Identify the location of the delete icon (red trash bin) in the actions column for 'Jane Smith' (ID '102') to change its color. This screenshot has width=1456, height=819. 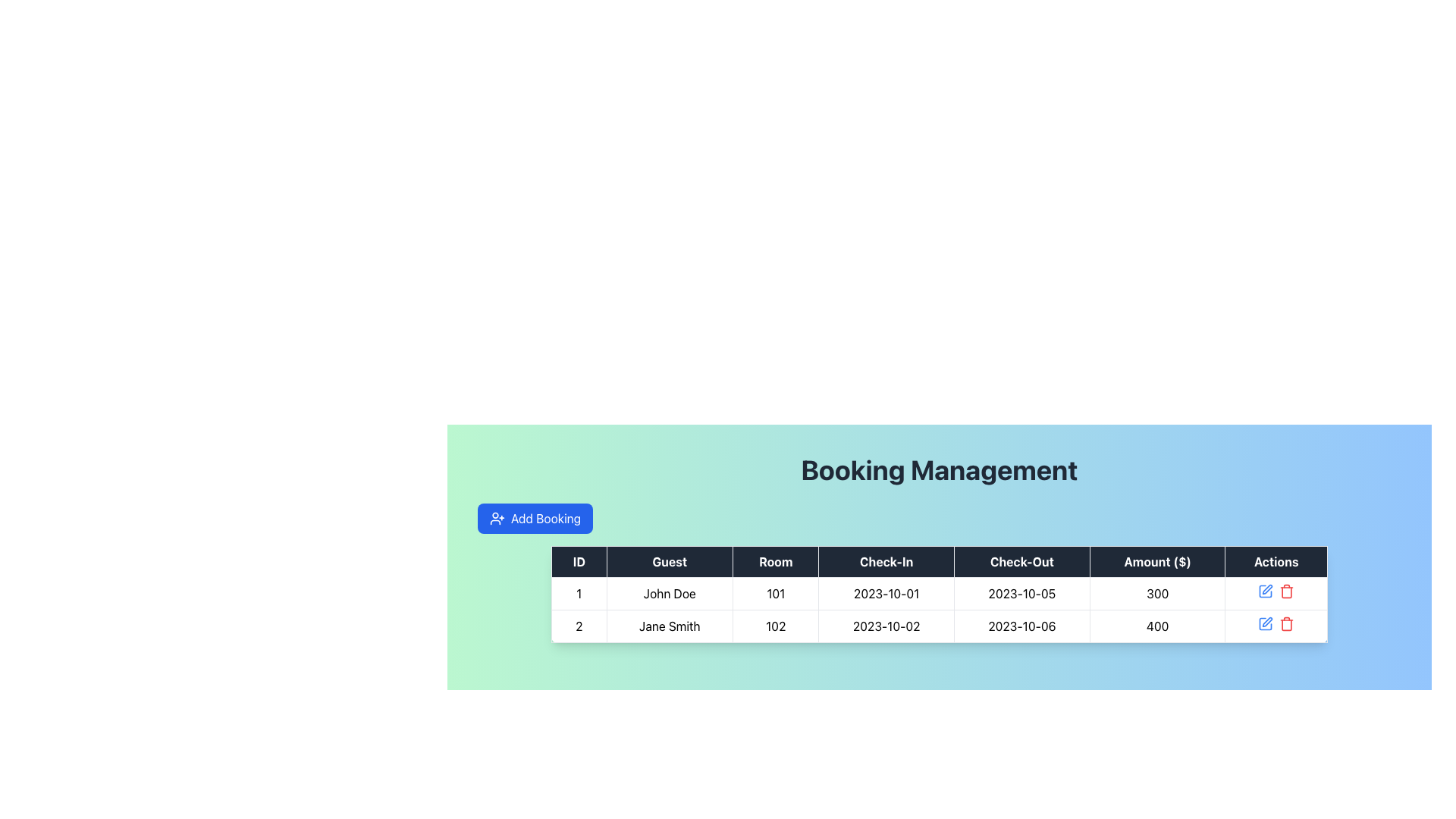
(1276, 626).